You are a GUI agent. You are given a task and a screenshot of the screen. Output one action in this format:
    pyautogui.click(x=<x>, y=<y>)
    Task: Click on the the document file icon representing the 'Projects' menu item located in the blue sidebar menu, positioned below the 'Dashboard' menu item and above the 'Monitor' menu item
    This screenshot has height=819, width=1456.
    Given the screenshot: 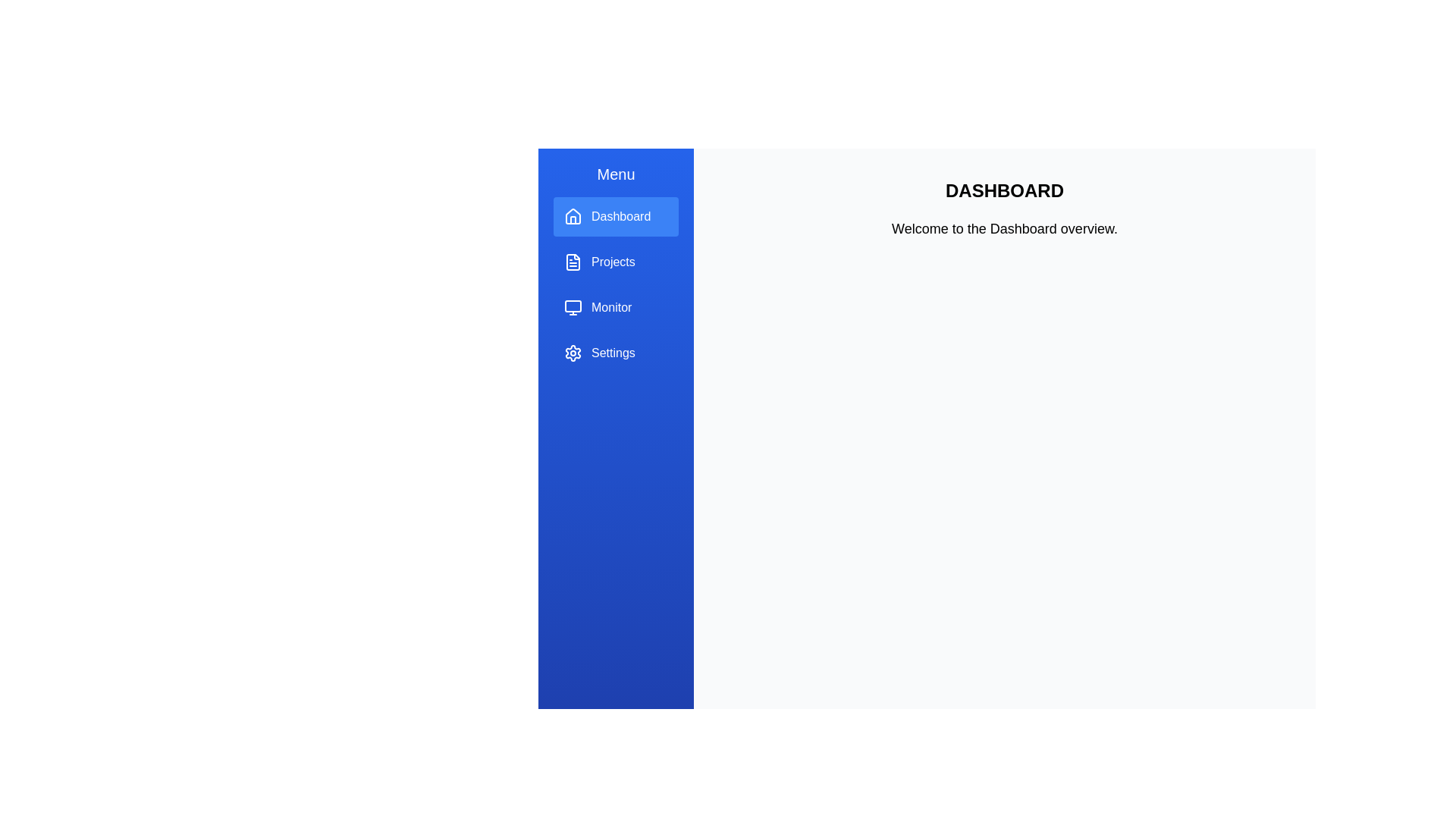 What is the action you would take?
    pyautogui.click(x=572, y=262)
    